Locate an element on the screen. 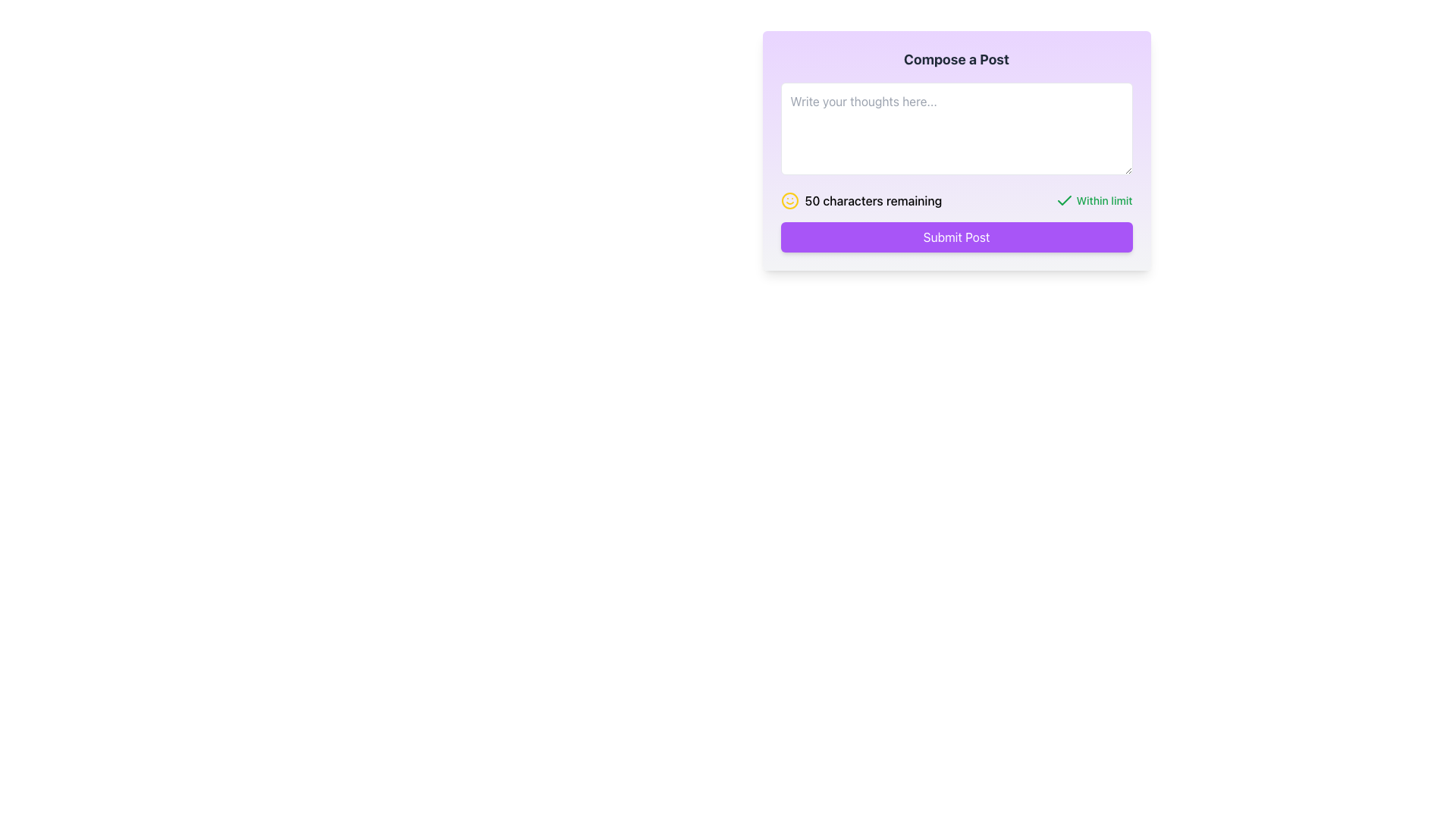 The image size is (1456, 819). the rectangular button labeled 'Submit Post' with a vibrant purple background is located at coordinates (955, 237).